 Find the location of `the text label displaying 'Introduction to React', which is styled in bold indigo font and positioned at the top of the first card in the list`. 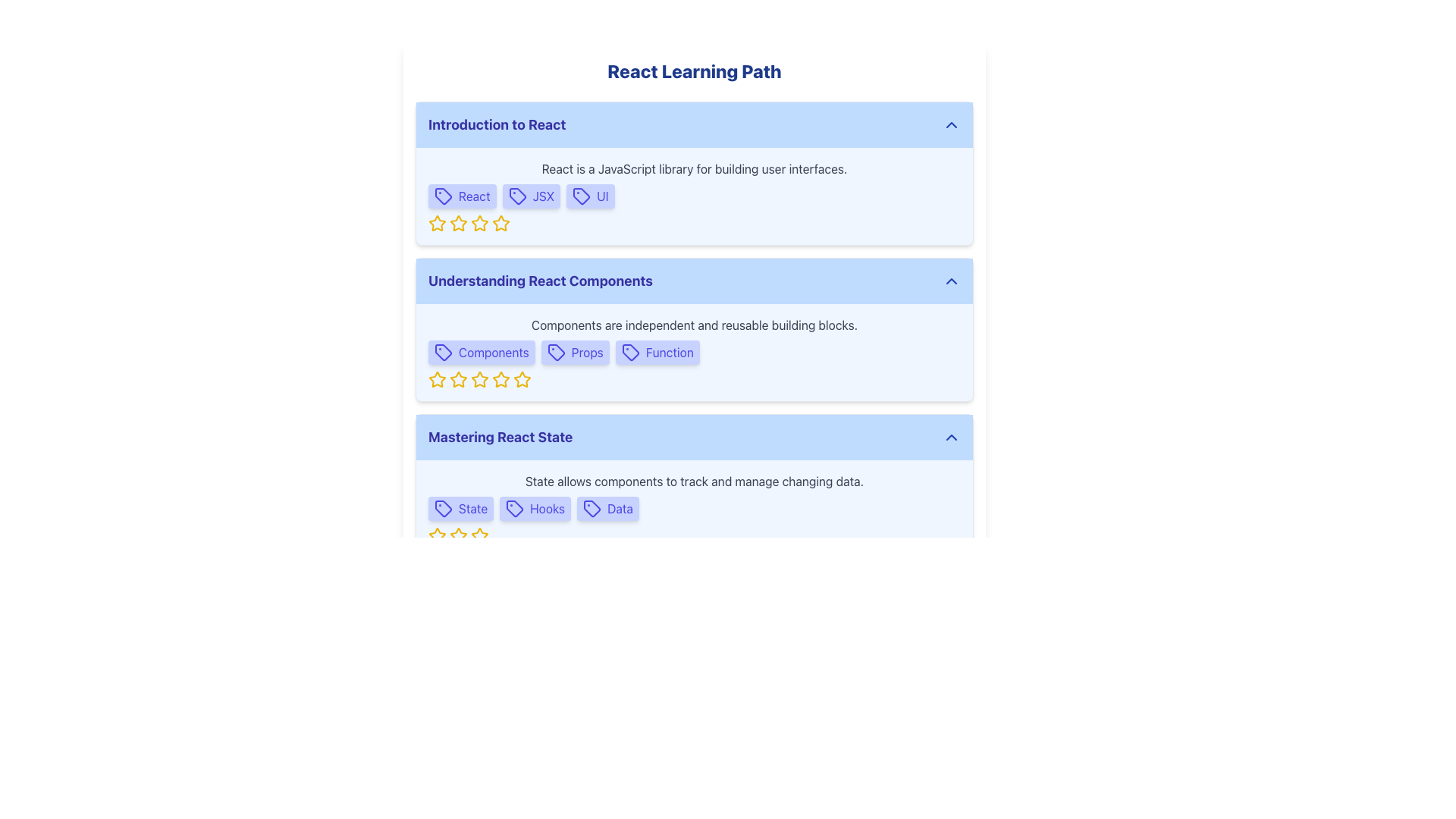

the text label displaying 'Introduction to React', which is styled in bold indigo font and positioned at the top of the first card in the list is located at coordinates (497, 124).